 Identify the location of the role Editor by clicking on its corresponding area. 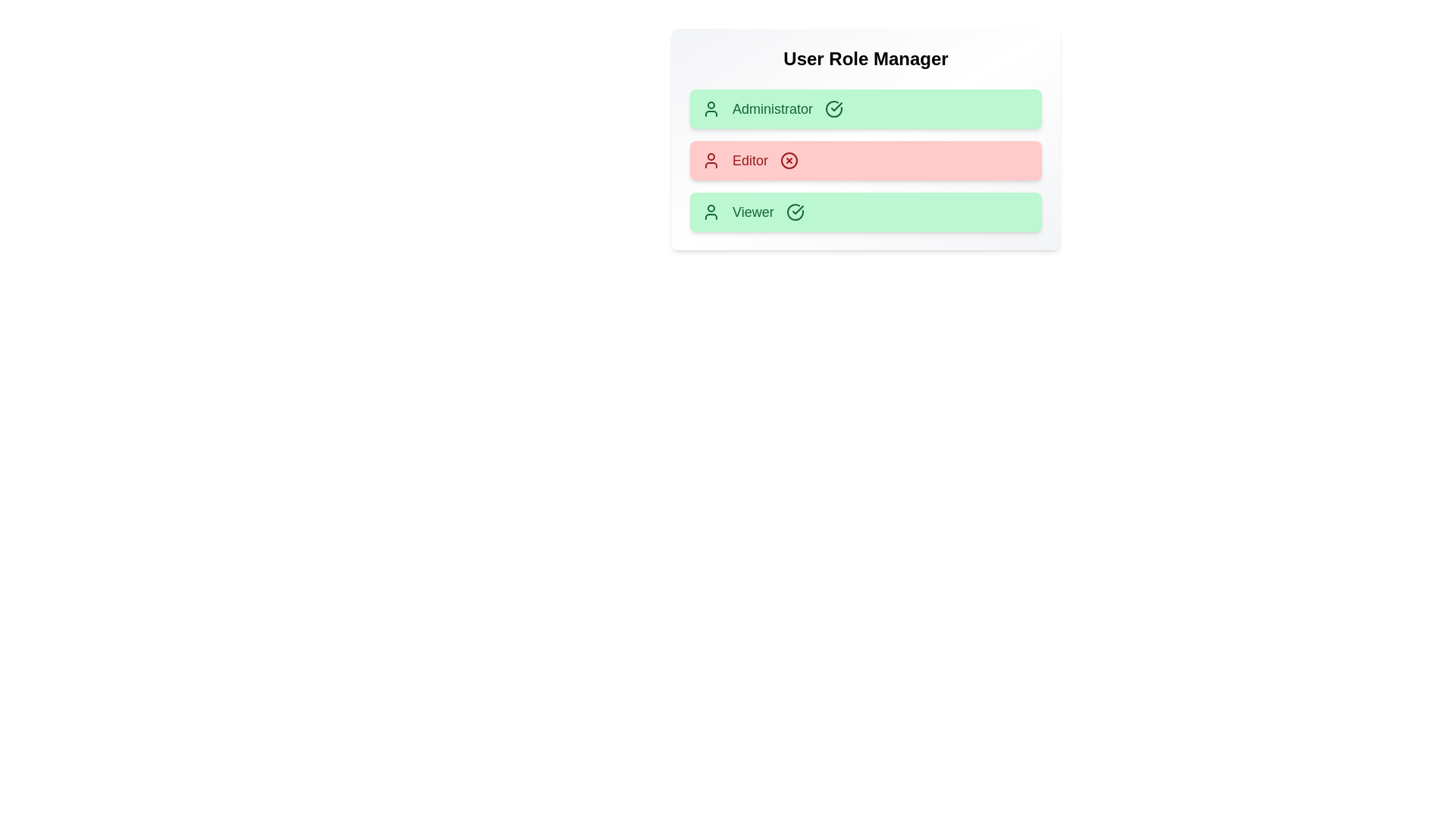
(866, 161).